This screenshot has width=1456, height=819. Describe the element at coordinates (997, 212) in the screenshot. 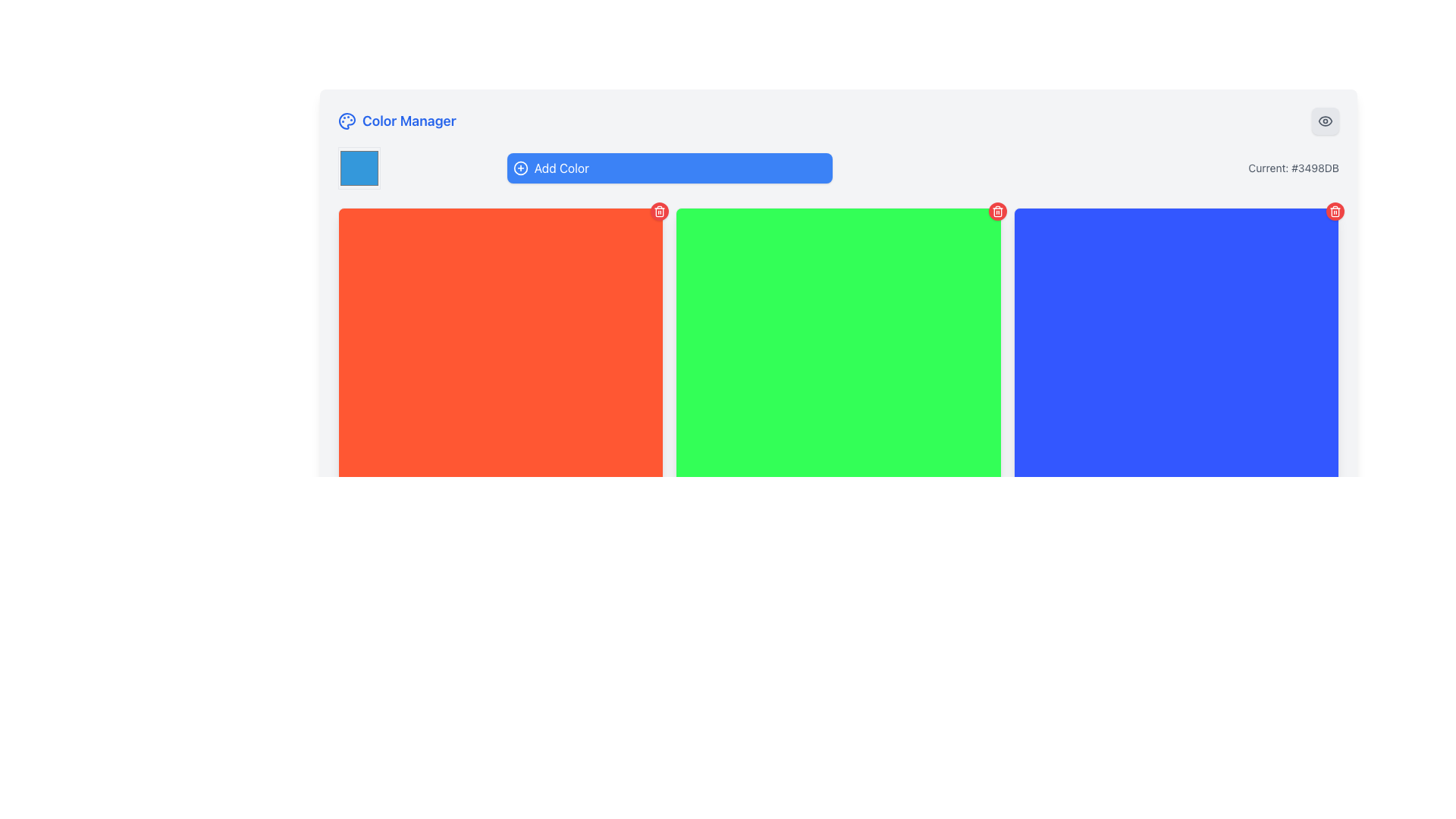

I see `the trash icon, which is located at the top-right corner of the second green panel` at that location.